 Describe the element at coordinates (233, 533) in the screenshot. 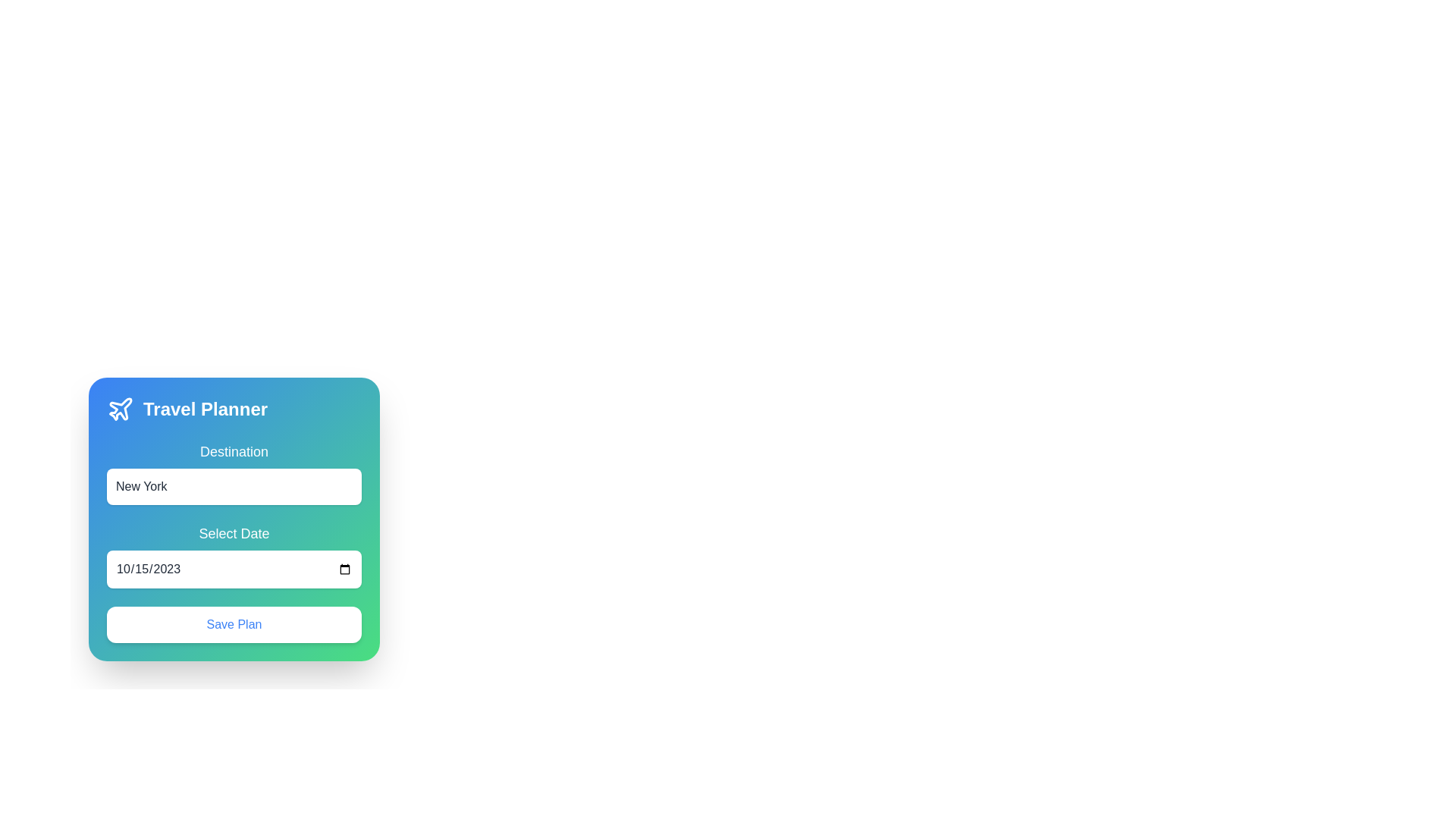

I see `the 'Select Date' label, which is a text label in white font on a gradient blue-green background, located in the middle section of the travel planning interface` at that location.